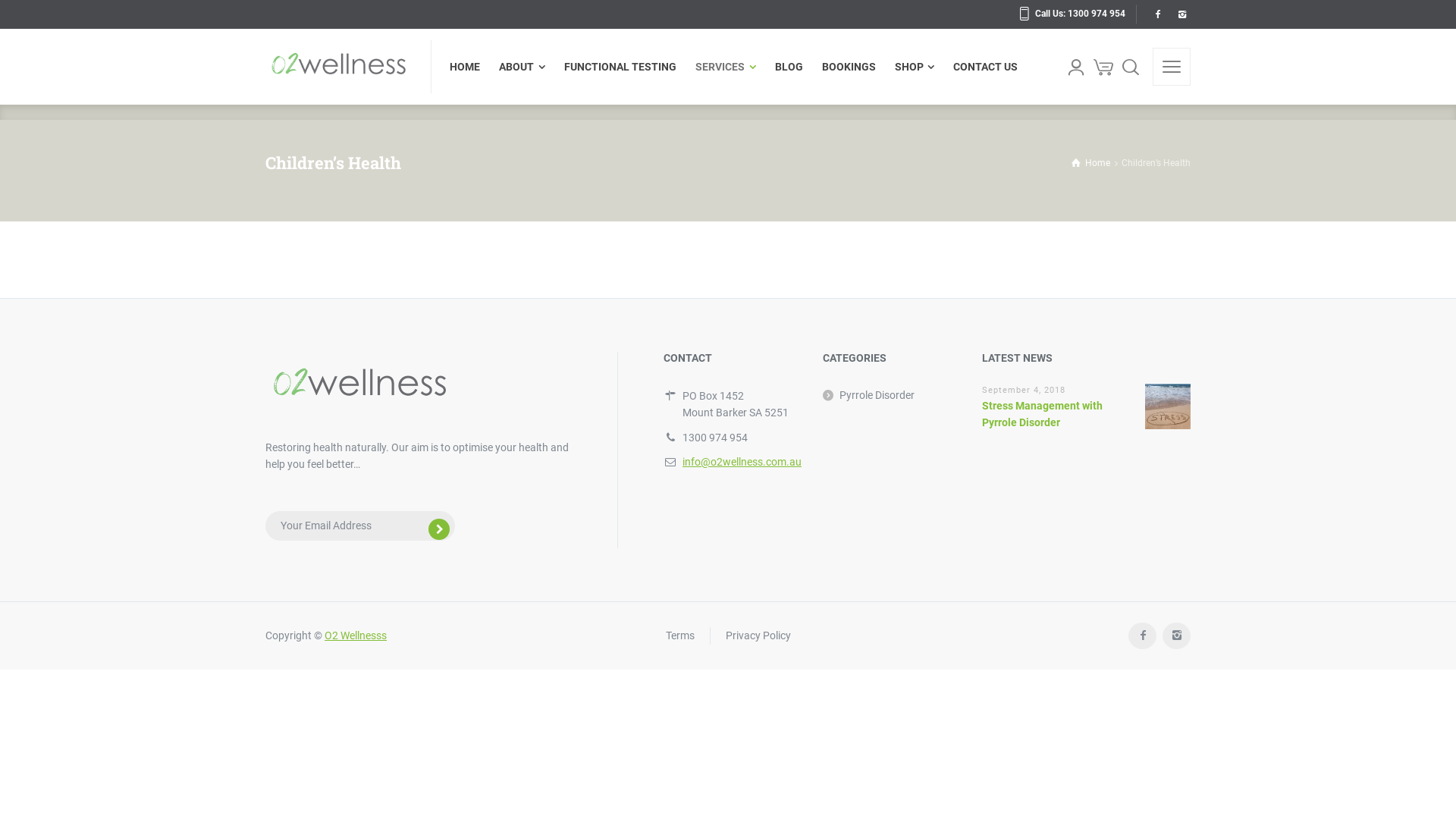 Image resolution: width=1456 pixels, height=819 pixels. Describe the element at coordinates (1117, 66) in the screenshot. I see `'Search'` at that location.